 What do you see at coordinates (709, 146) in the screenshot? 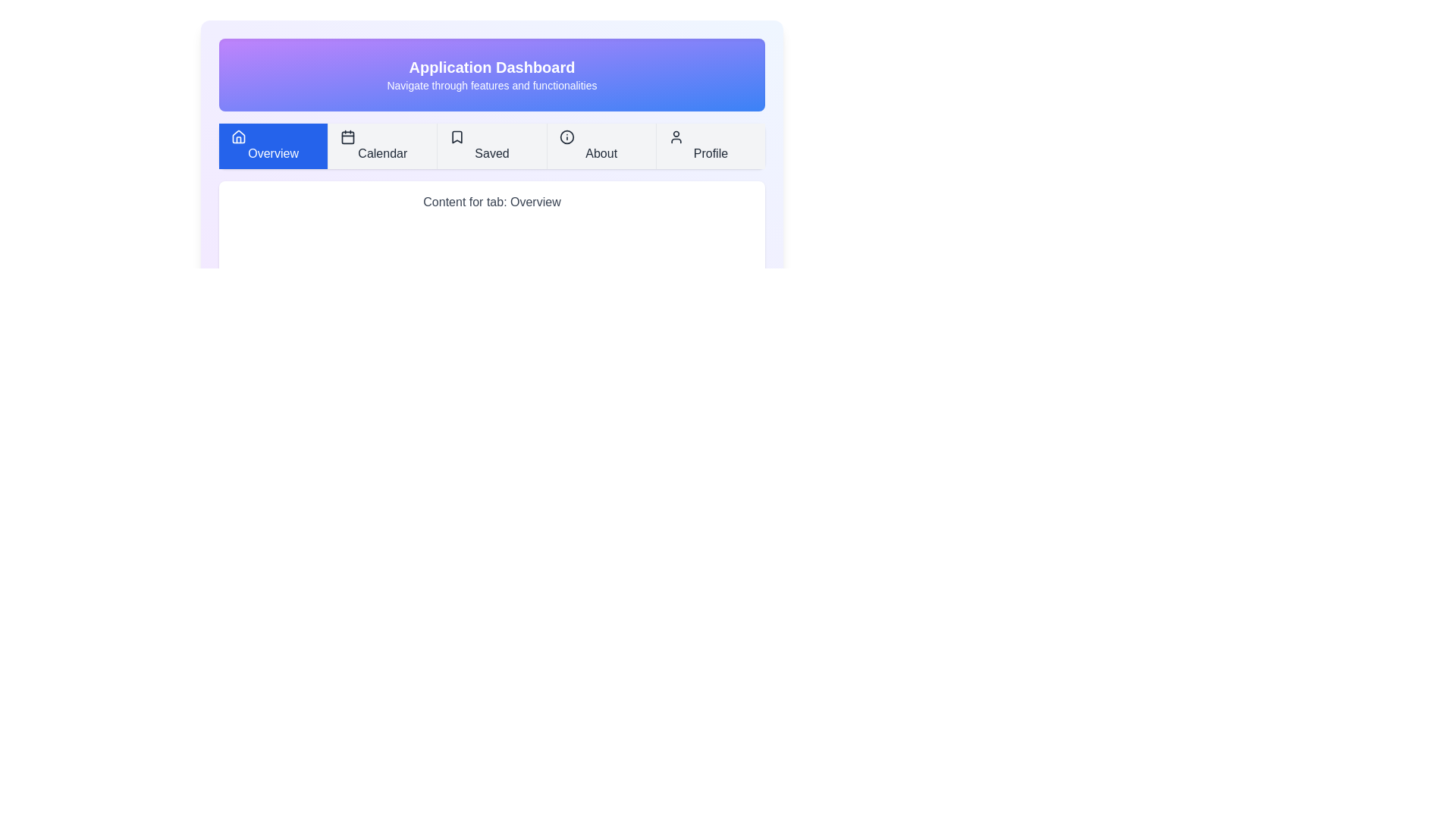
I see `the 'Profile' tab in the navigation bar, which is the fifth tab from the left and contains a user icon and the text 'Profile'` at bounding box center [709, 146].